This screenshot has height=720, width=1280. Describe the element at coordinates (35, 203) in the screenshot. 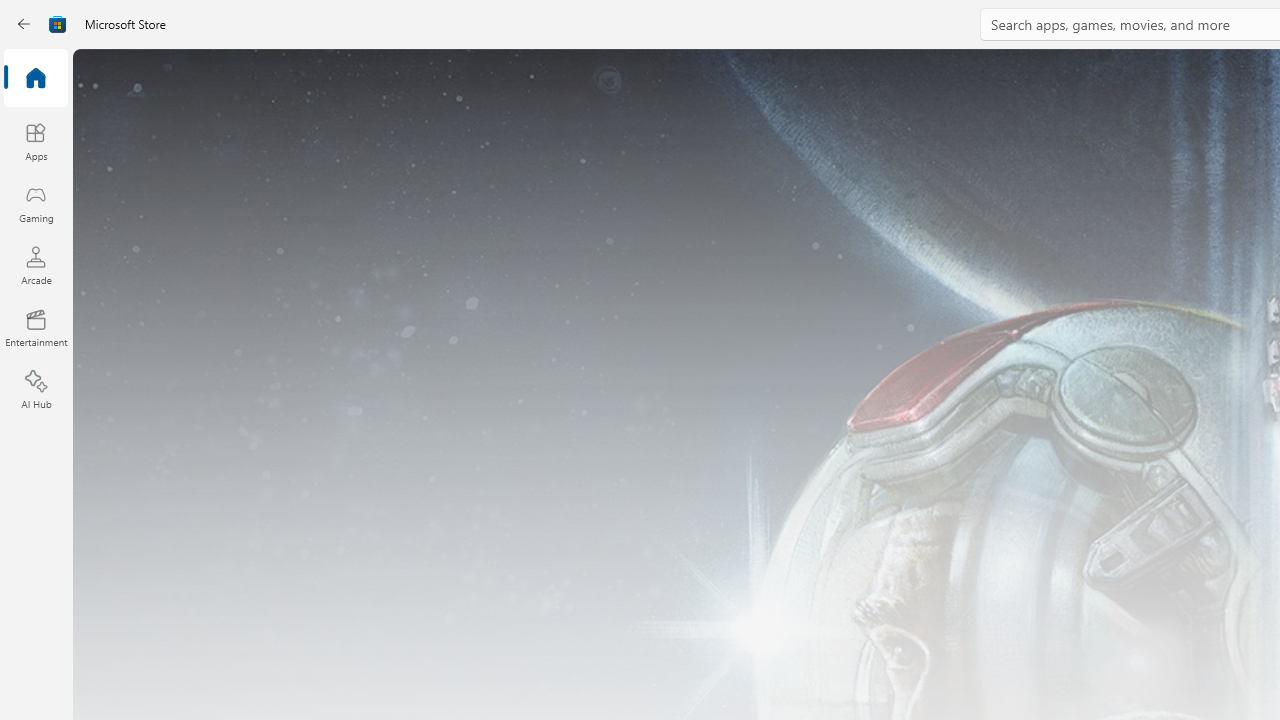

I see `'Gaming'` at that location.